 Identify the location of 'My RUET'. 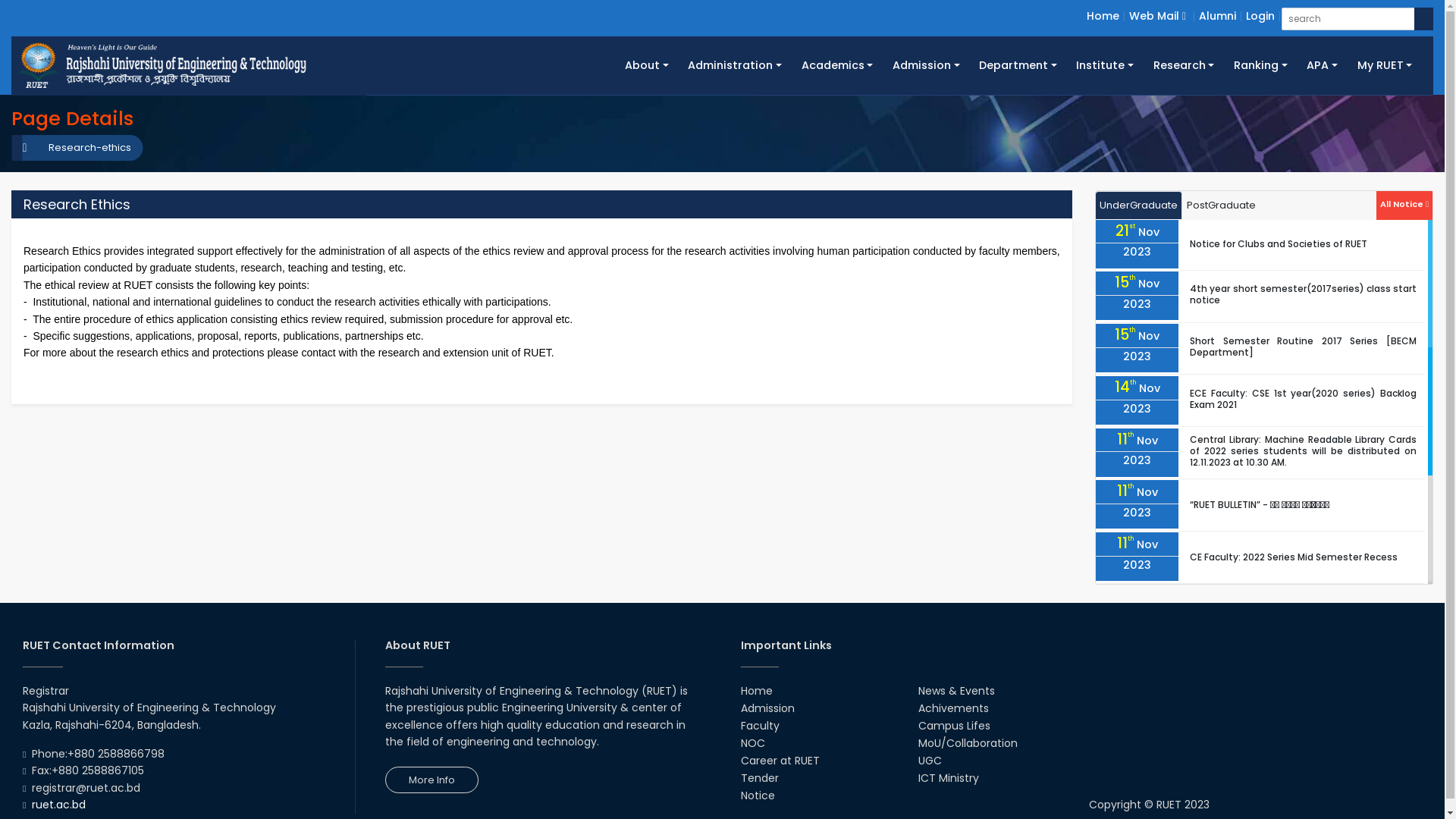
(1384, 64).